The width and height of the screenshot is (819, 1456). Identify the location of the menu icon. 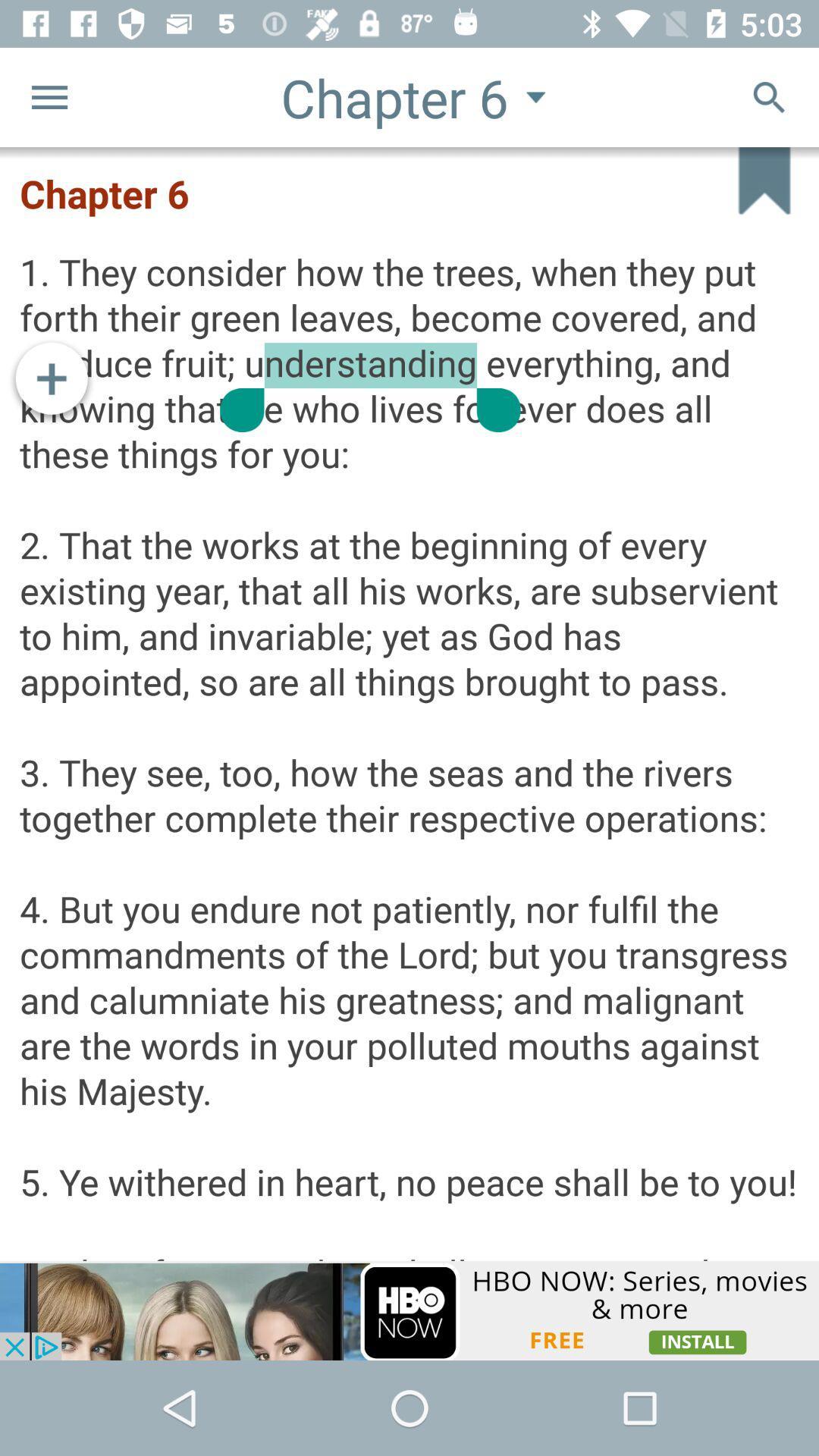
(49, 96).